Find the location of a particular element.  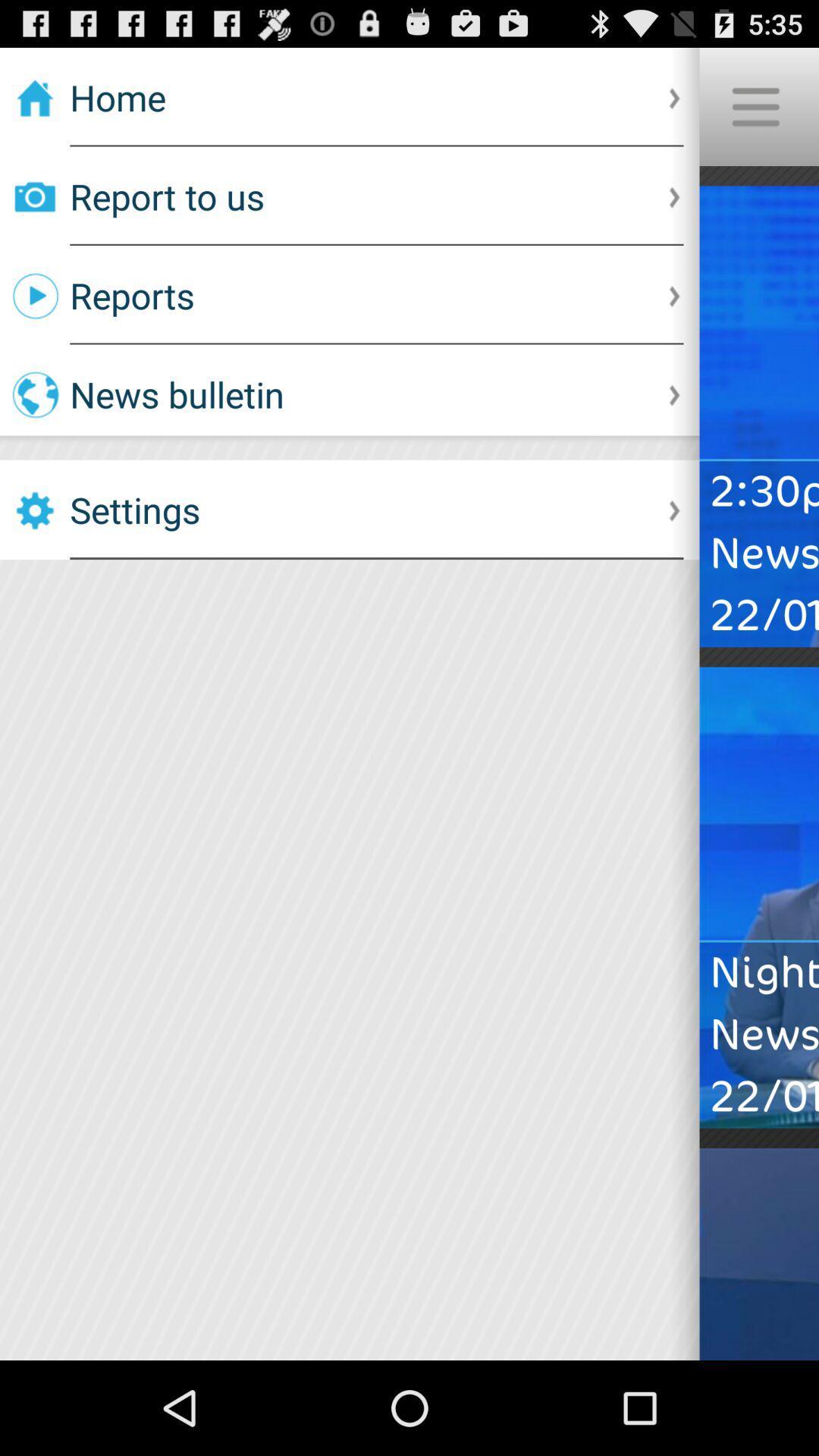

the right arrow which is to the right side of reports option is located at coordinates (675, 295).